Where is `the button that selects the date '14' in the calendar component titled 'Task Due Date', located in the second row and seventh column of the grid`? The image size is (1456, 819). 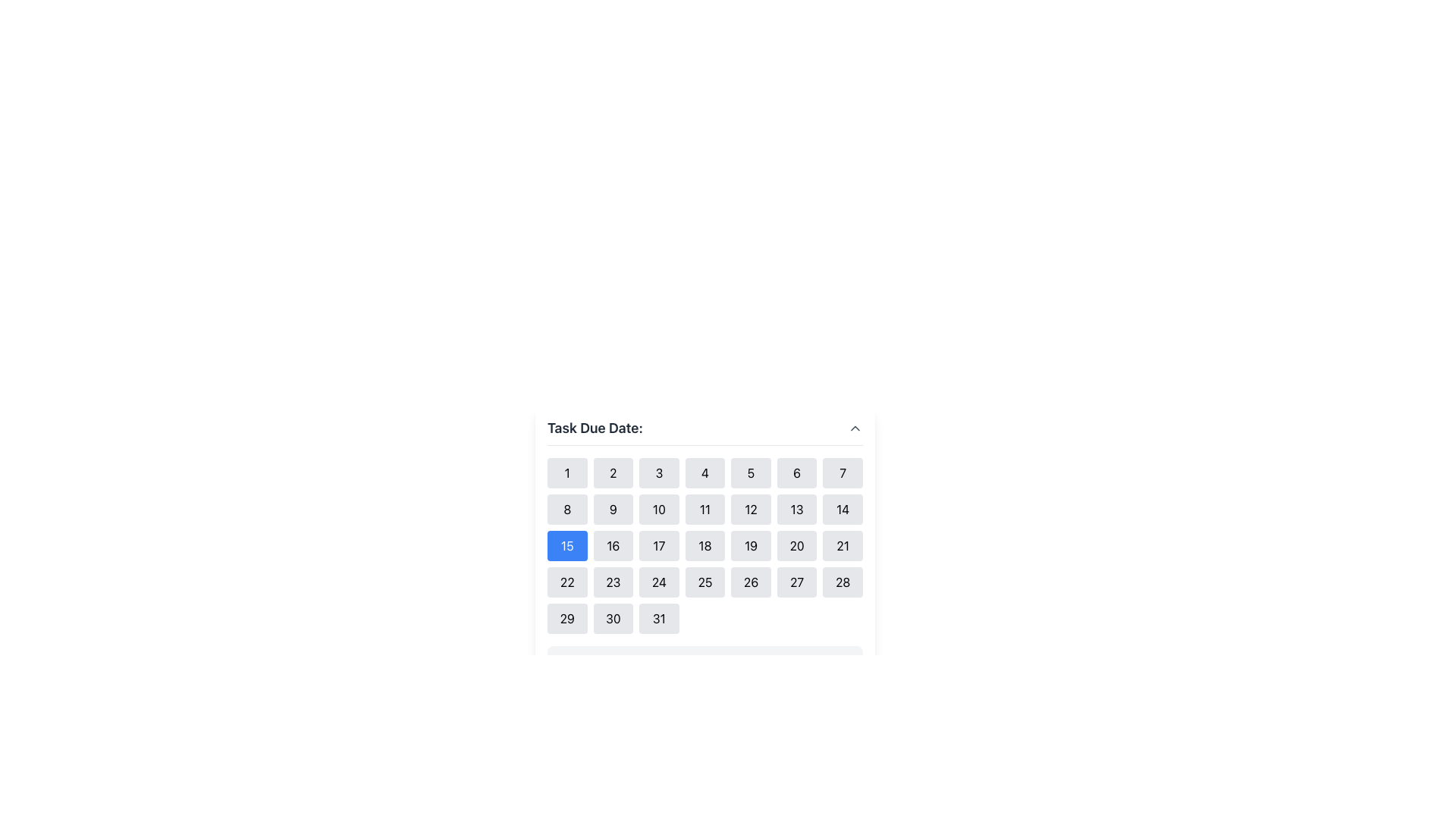 the button that selects the date '14' in the calendar component titled 'Task Due Date', located in the second row and seventh column of the grid is located at coordinates (842, 509).